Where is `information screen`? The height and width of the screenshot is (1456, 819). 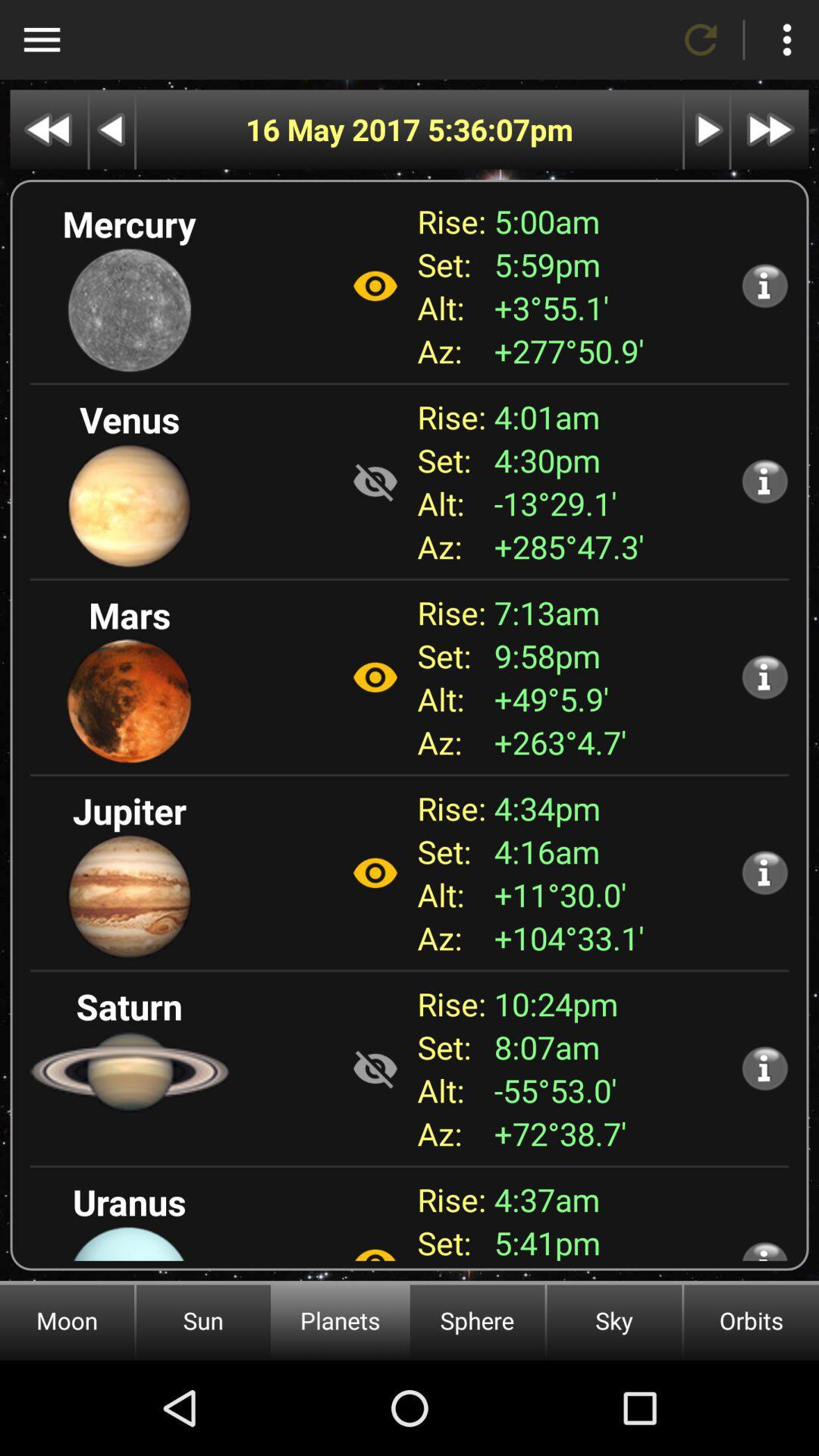 information screen is located at coordinates (764, 480).